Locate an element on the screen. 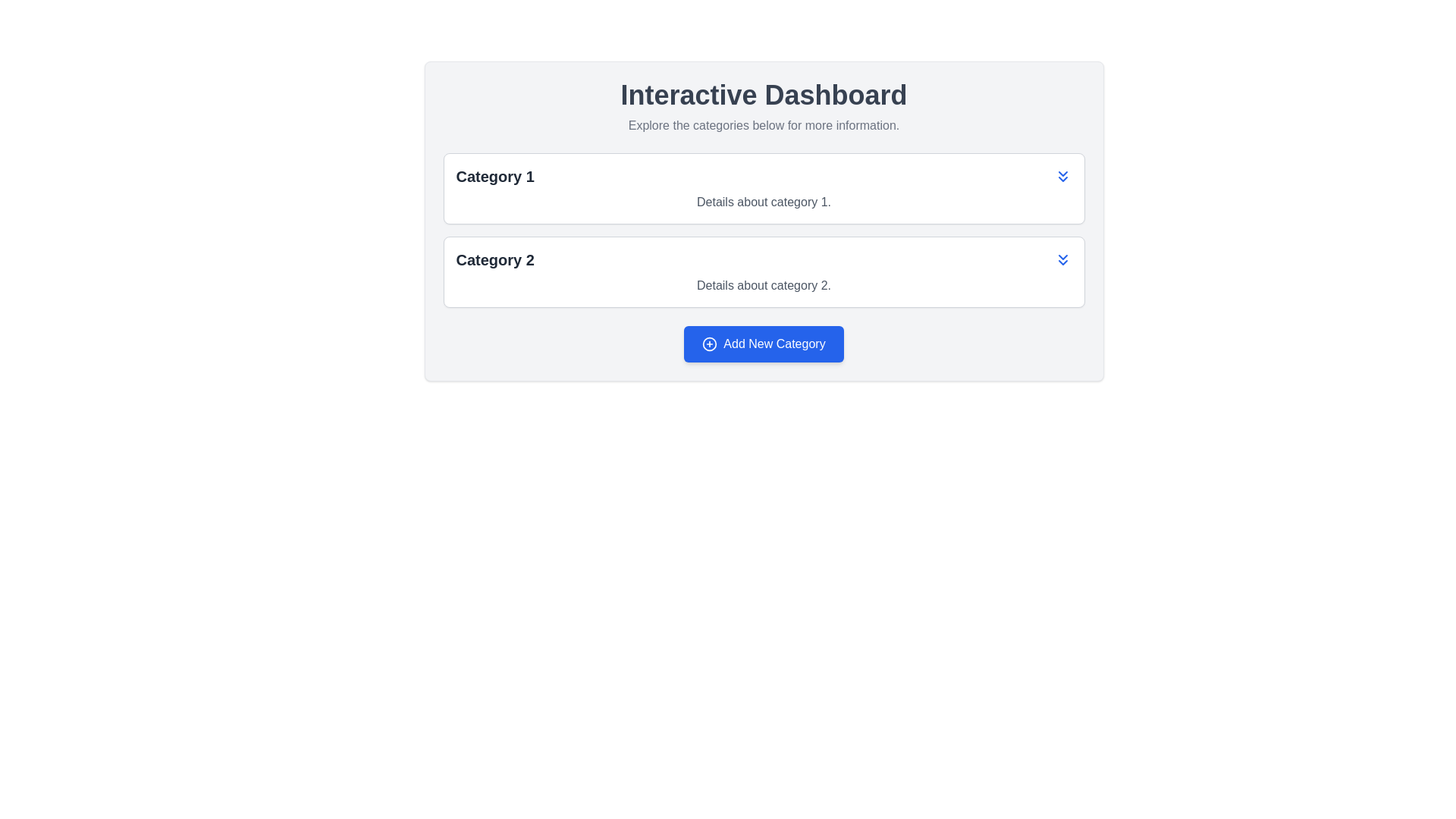  the title of 'Category 1' in the collapsible list is located at coordinates (764, 231).